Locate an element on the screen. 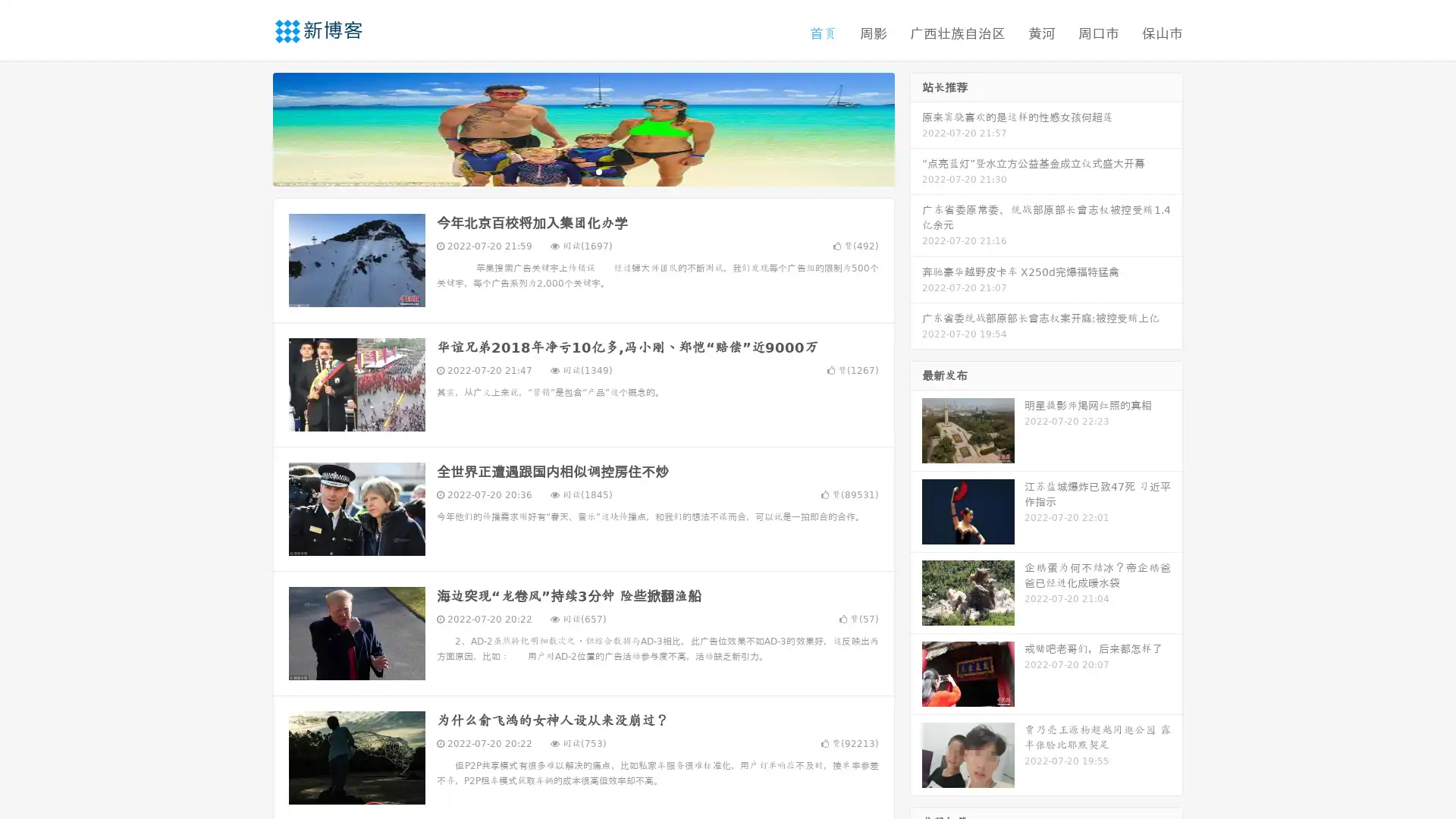  Previous slide is located at coordinates (250, 127).